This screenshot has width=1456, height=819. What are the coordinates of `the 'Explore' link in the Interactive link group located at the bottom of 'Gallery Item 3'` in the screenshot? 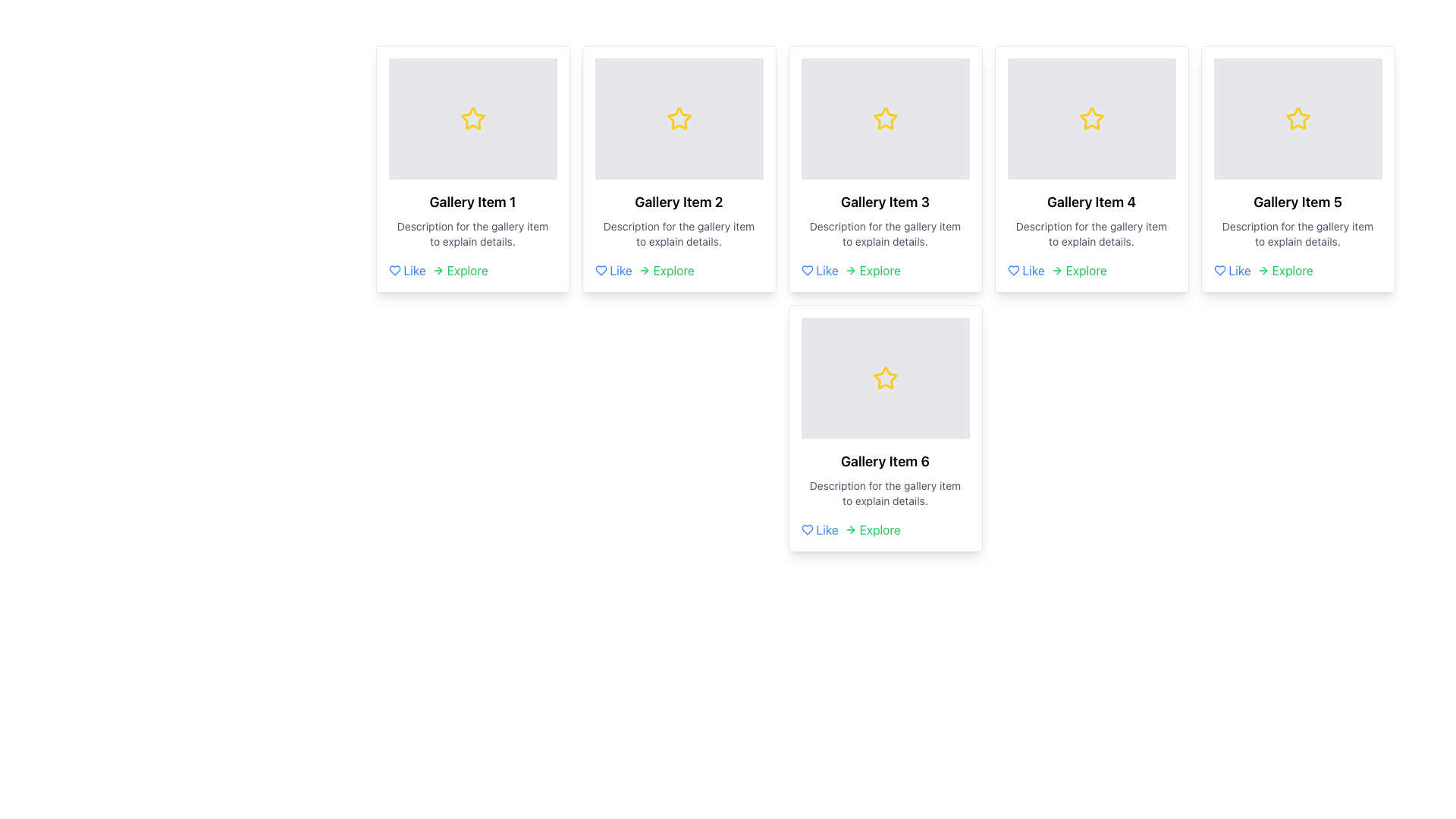 It's located at (885, 270).